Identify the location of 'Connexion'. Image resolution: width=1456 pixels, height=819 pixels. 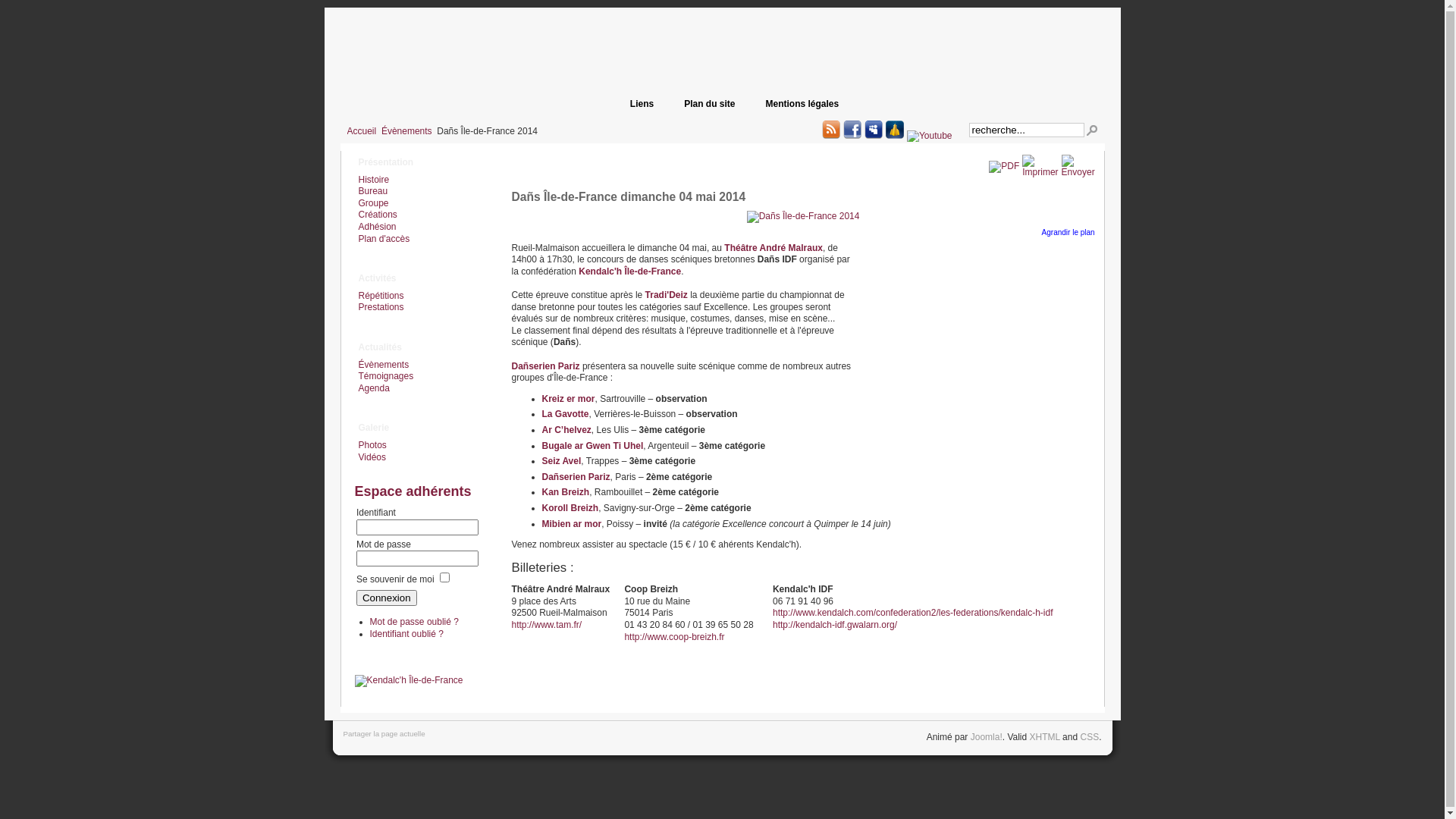
(356, 597).